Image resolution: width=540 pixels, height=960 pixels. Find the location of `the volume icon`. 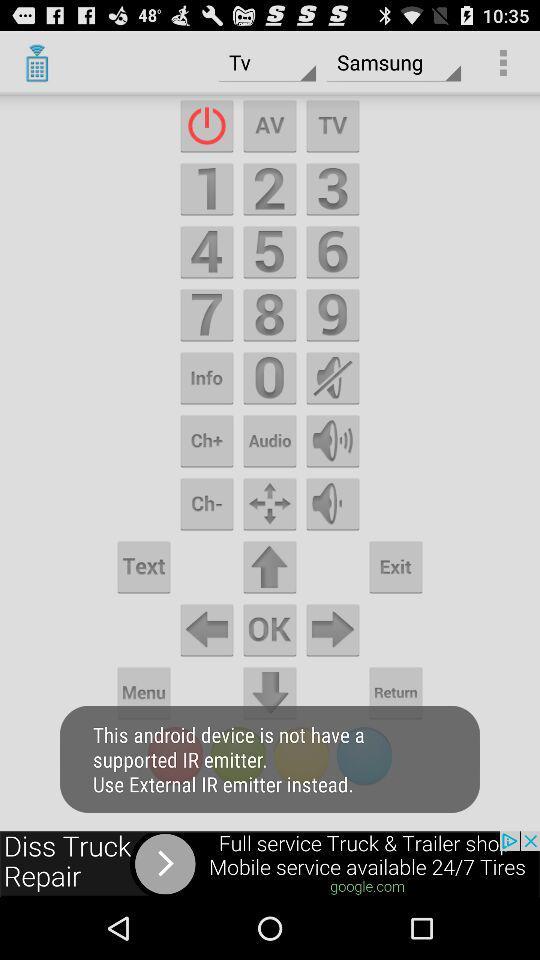

the volume icon is located at coordinates (333, 403).